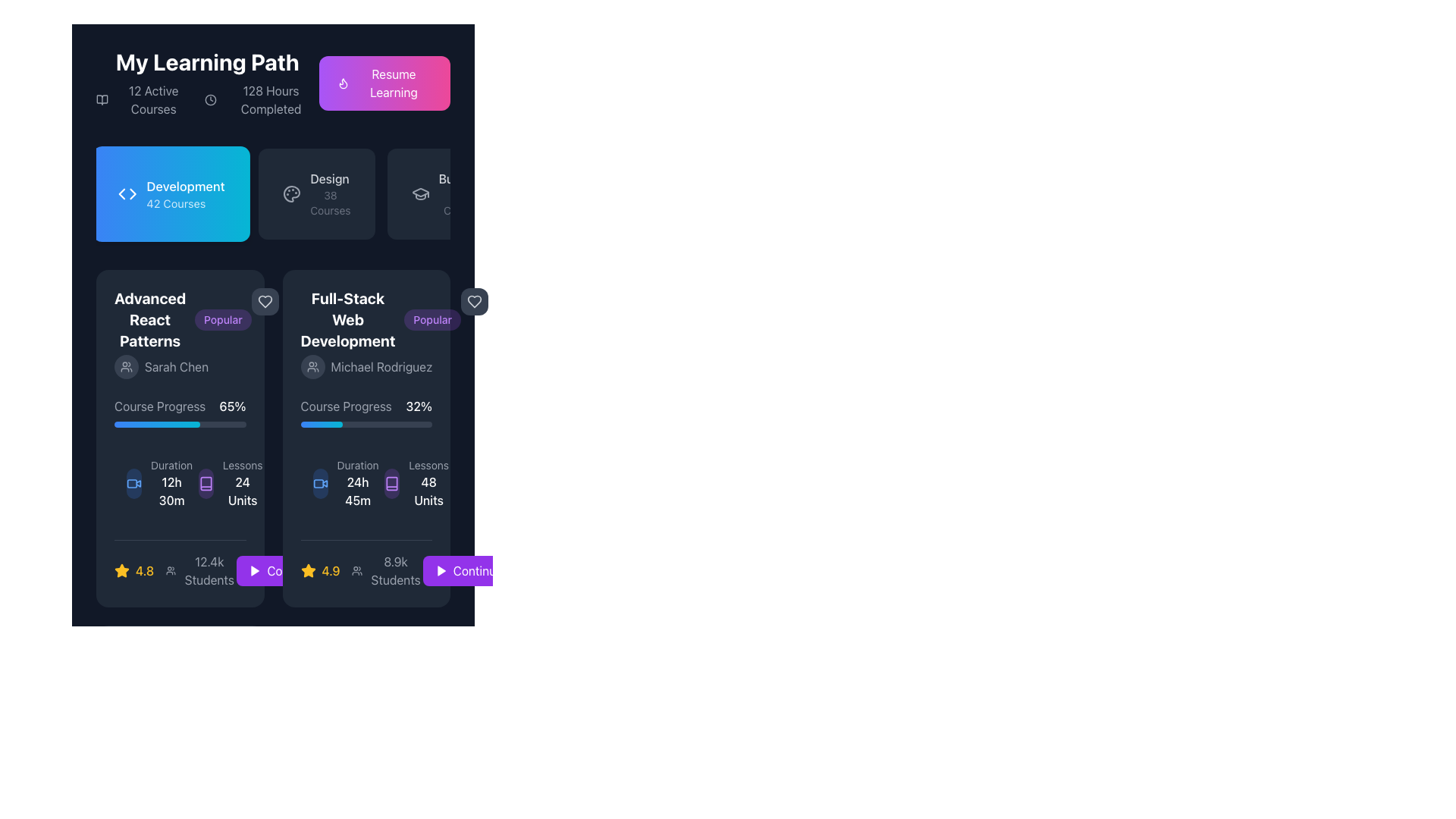 This screenshot has height=819, width=1456. I want to click on the text and icon displaying '8.9k Students' located at the bottom of the 'Full-Stack Web Development' card, so click(388, 570).